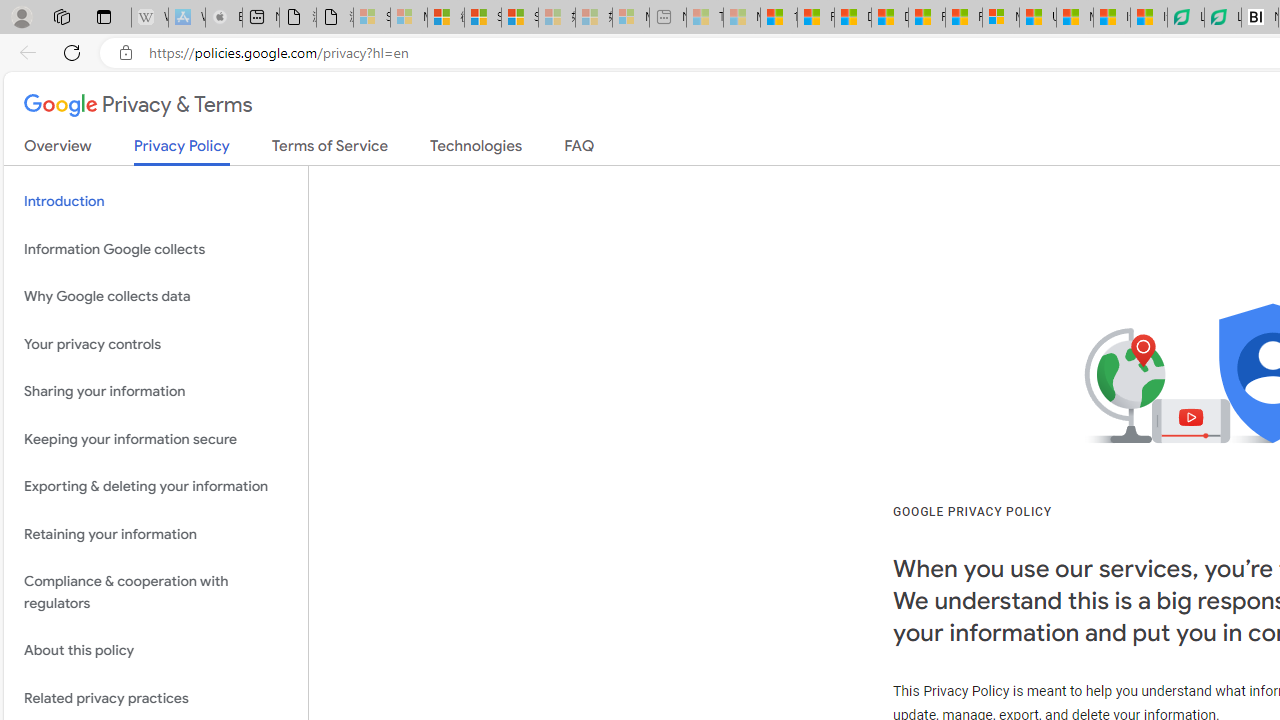 The width and height of the screenshot is (1280, 720). I want to click on 'About this policy', so click(155, 651).